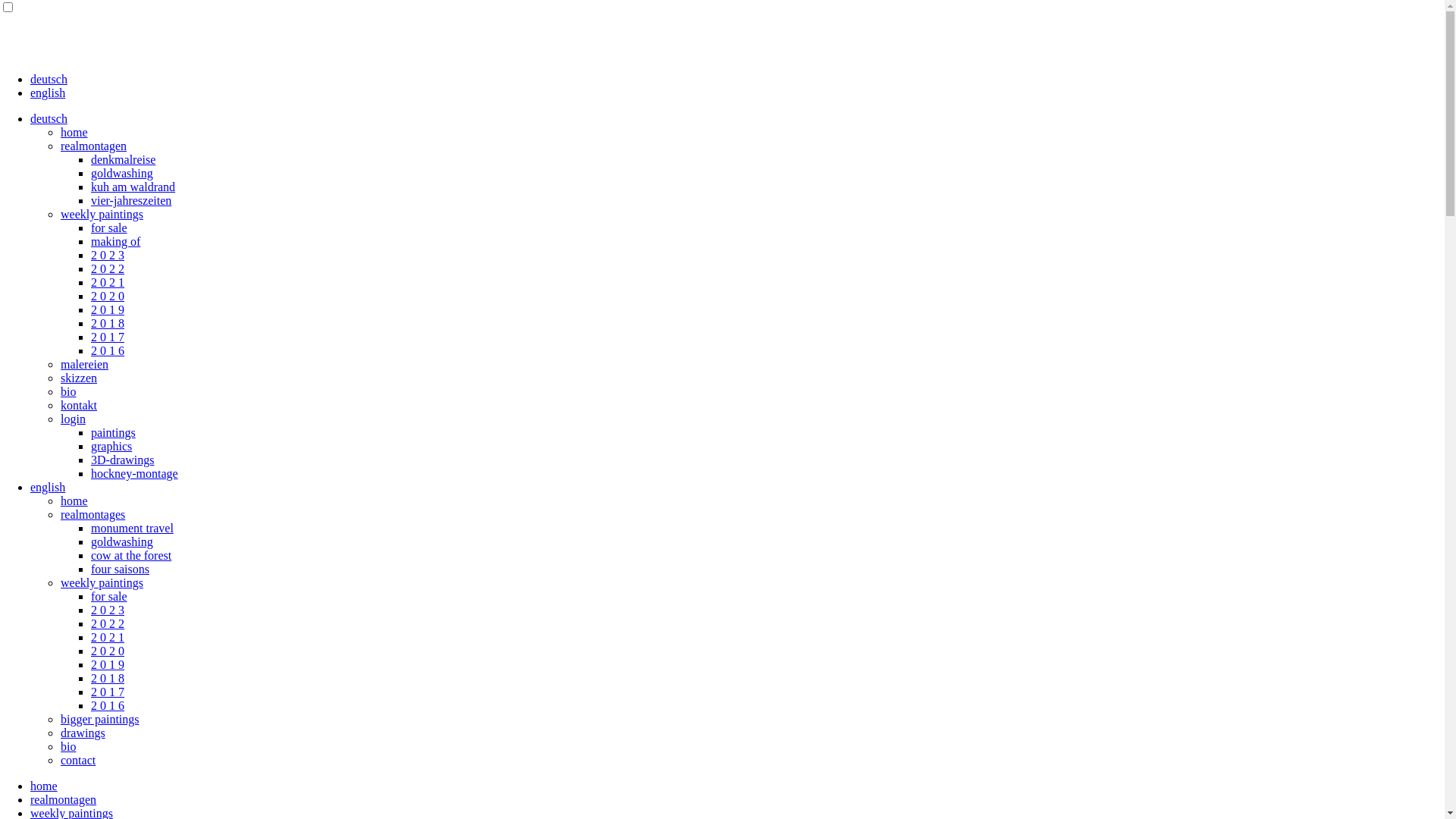  What do you see at coordinates (73, 131) in the screenshot?
I see `'home'` at bounding box center [73, 131].